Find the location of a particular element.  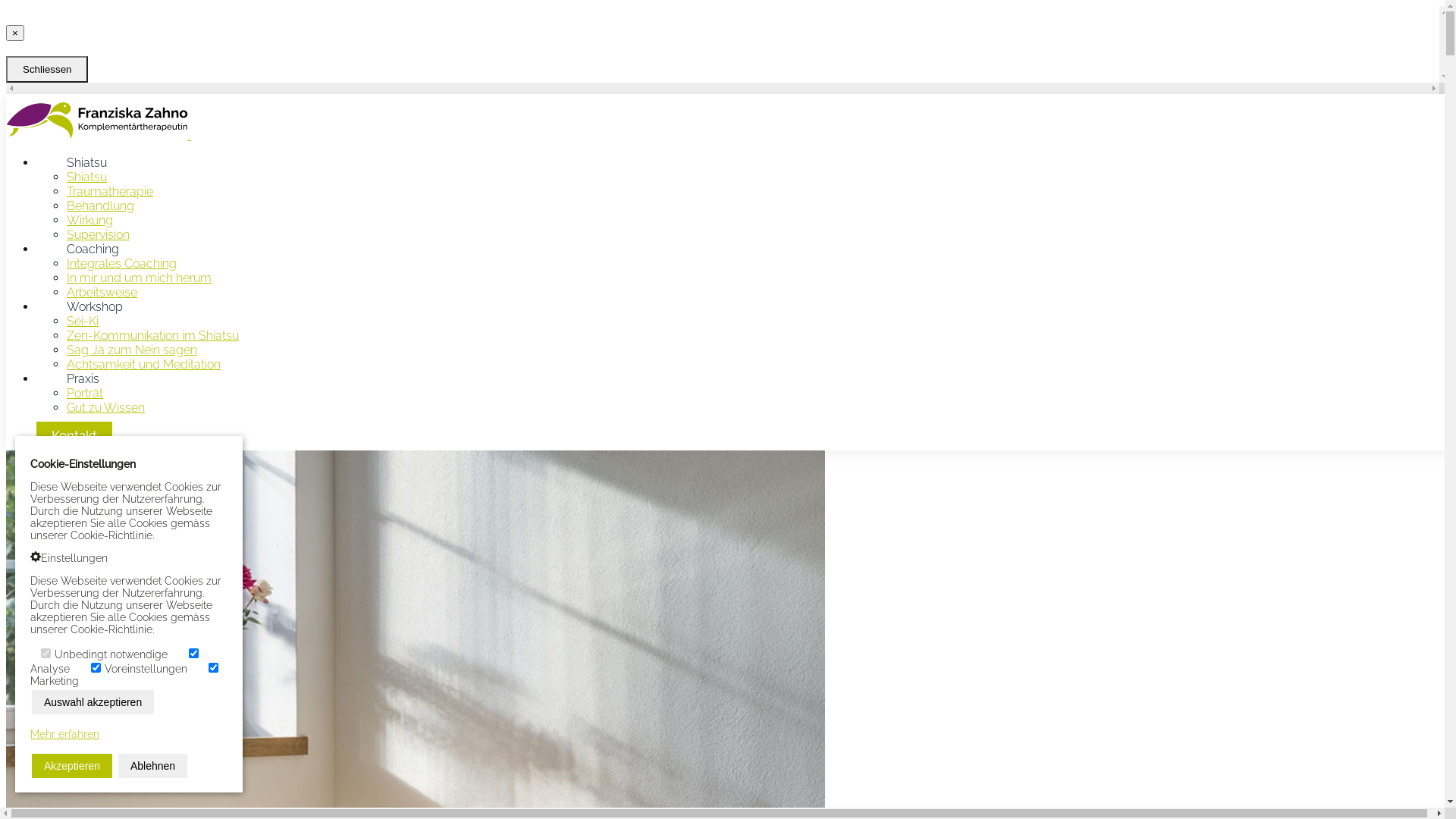

'Zen-Kommunikation im Shiatsu' is located at coordinates (152, 334).